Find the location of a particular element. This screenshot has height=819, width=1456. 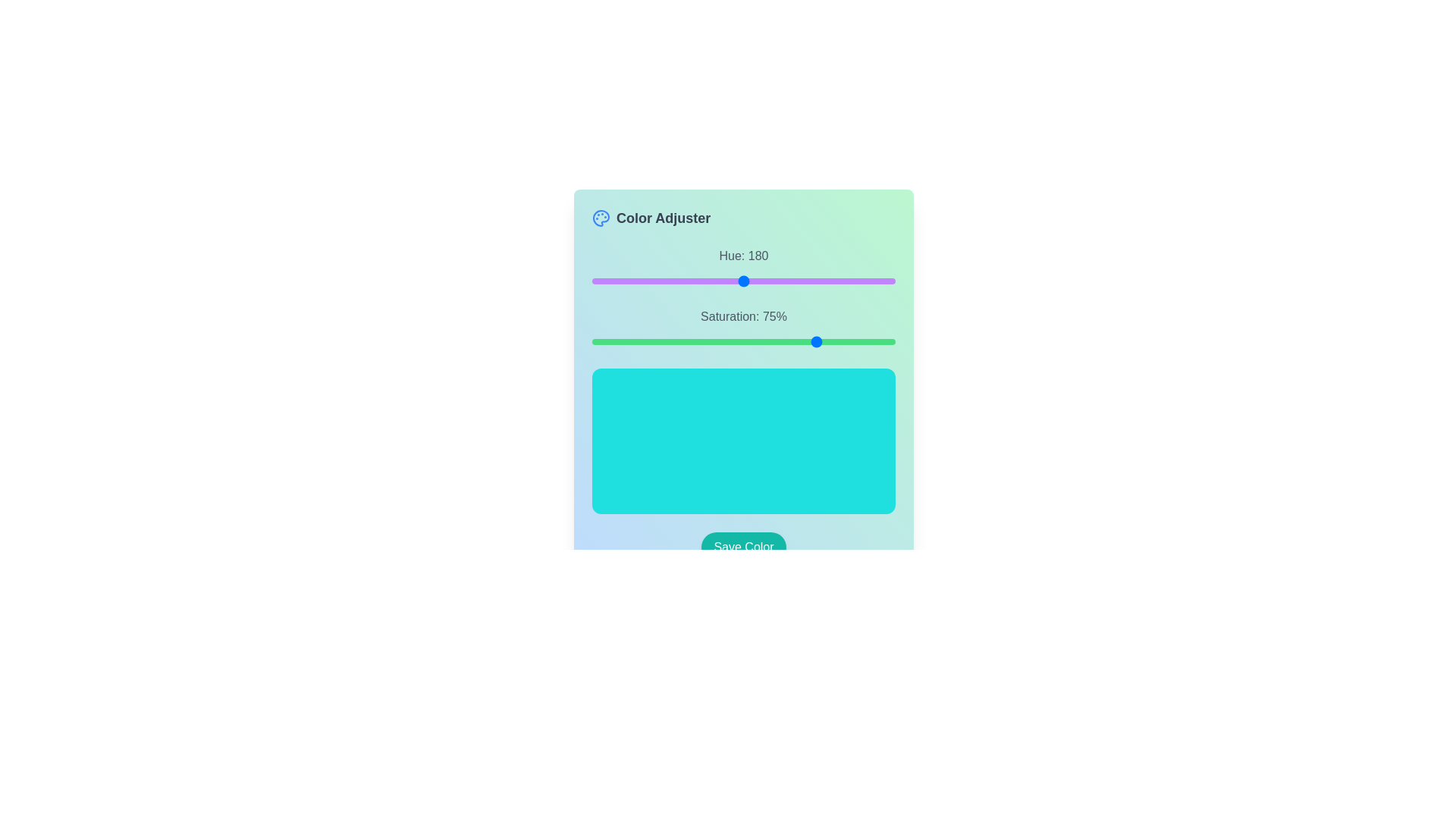

saturation is located at coordinates (613, 342).